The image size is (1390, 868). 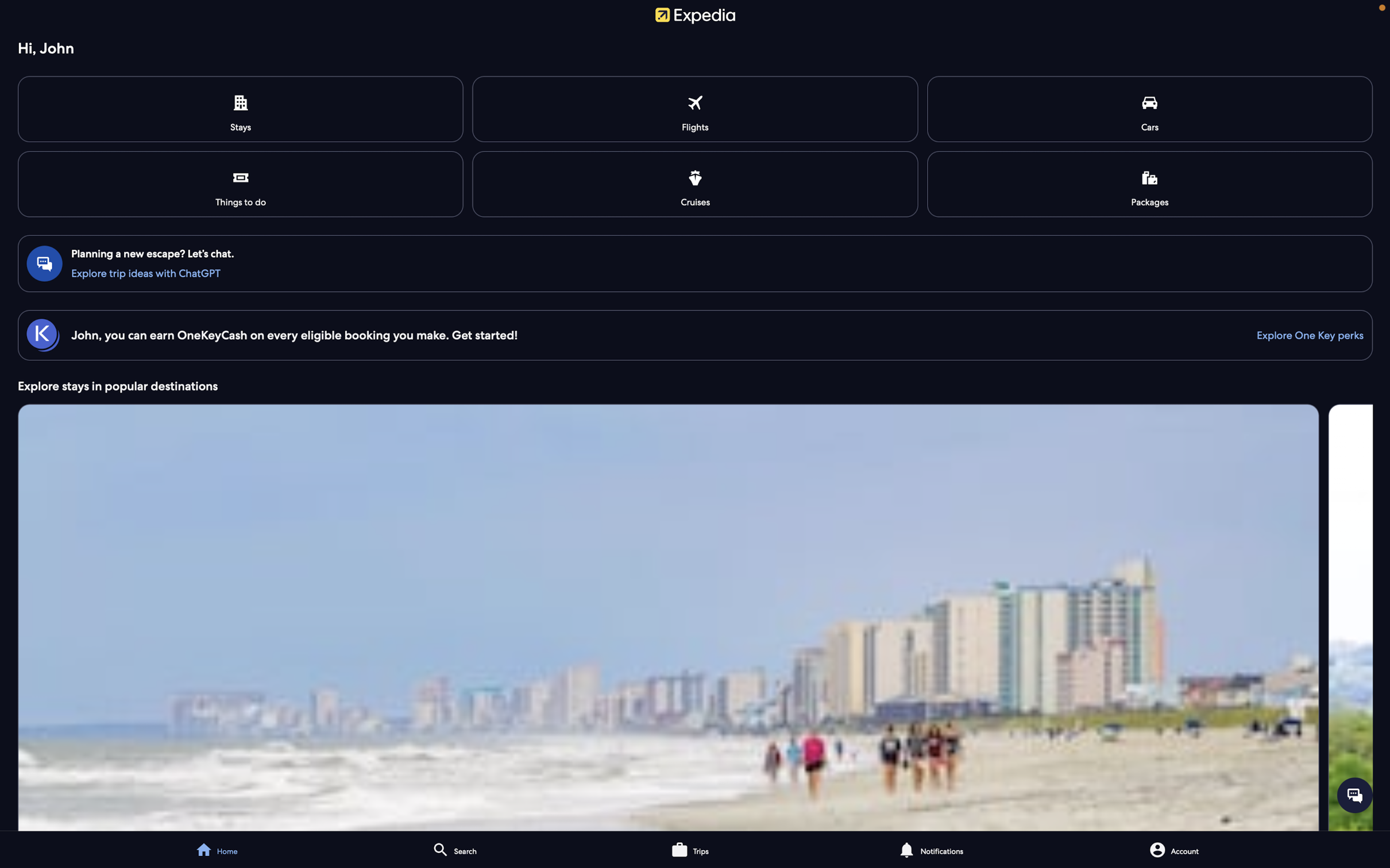 I want to click on Browse and reserve accessible cruise trips, so click(x=695, y=183).